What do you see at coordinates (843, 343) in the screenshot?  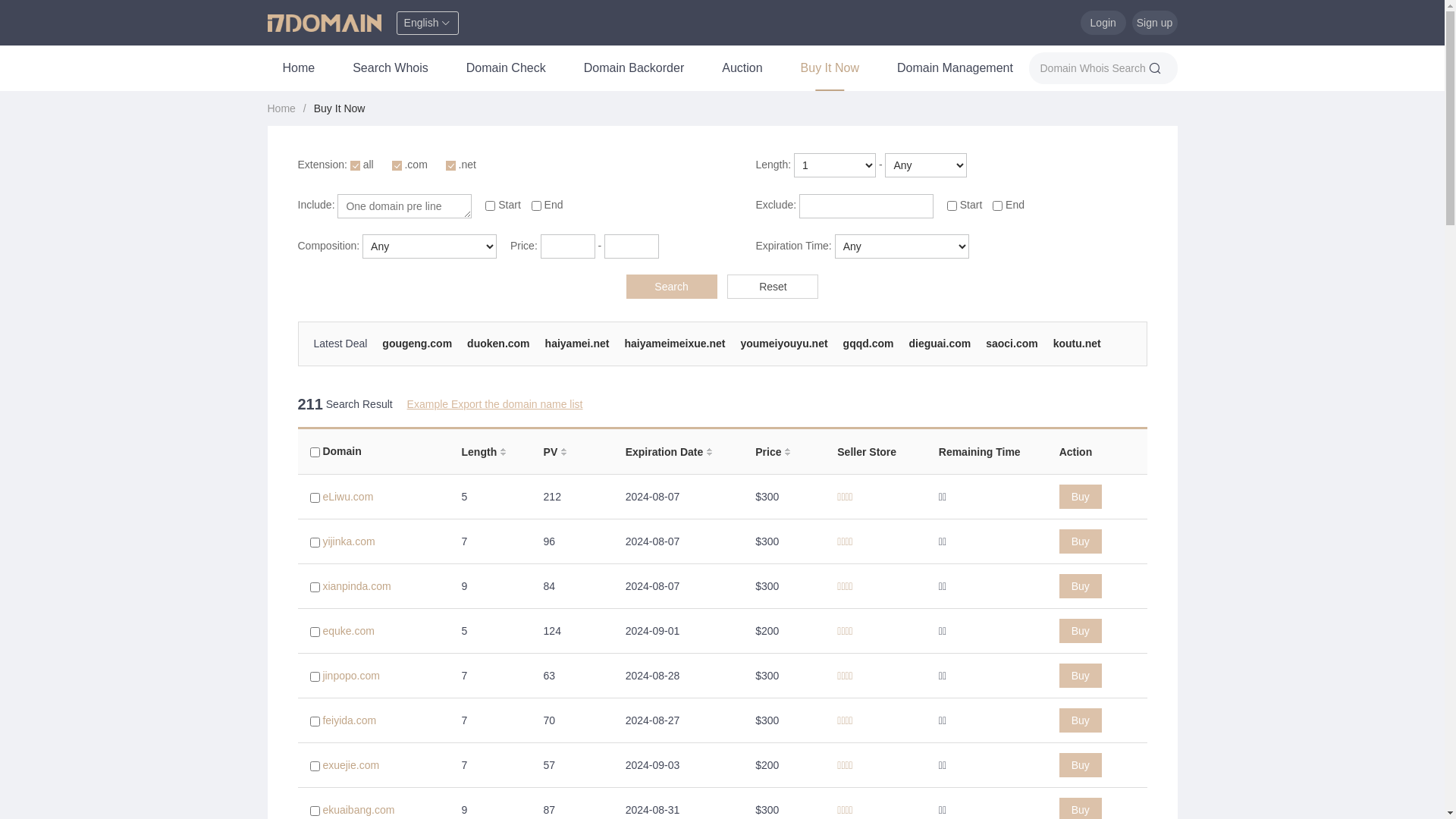 I see `'gqqd.com'` at bounding box center [843, 343].